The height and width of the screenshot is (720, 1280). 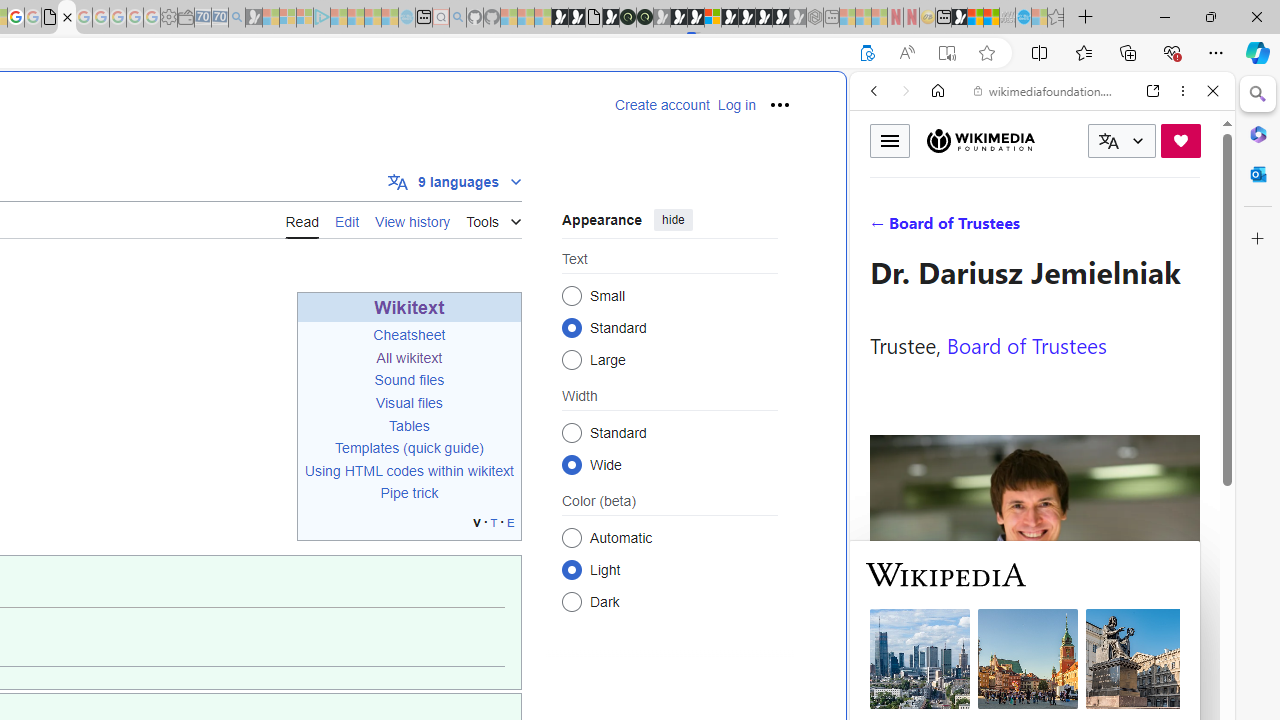 I want to click on 't', so click(x=494, y=521).